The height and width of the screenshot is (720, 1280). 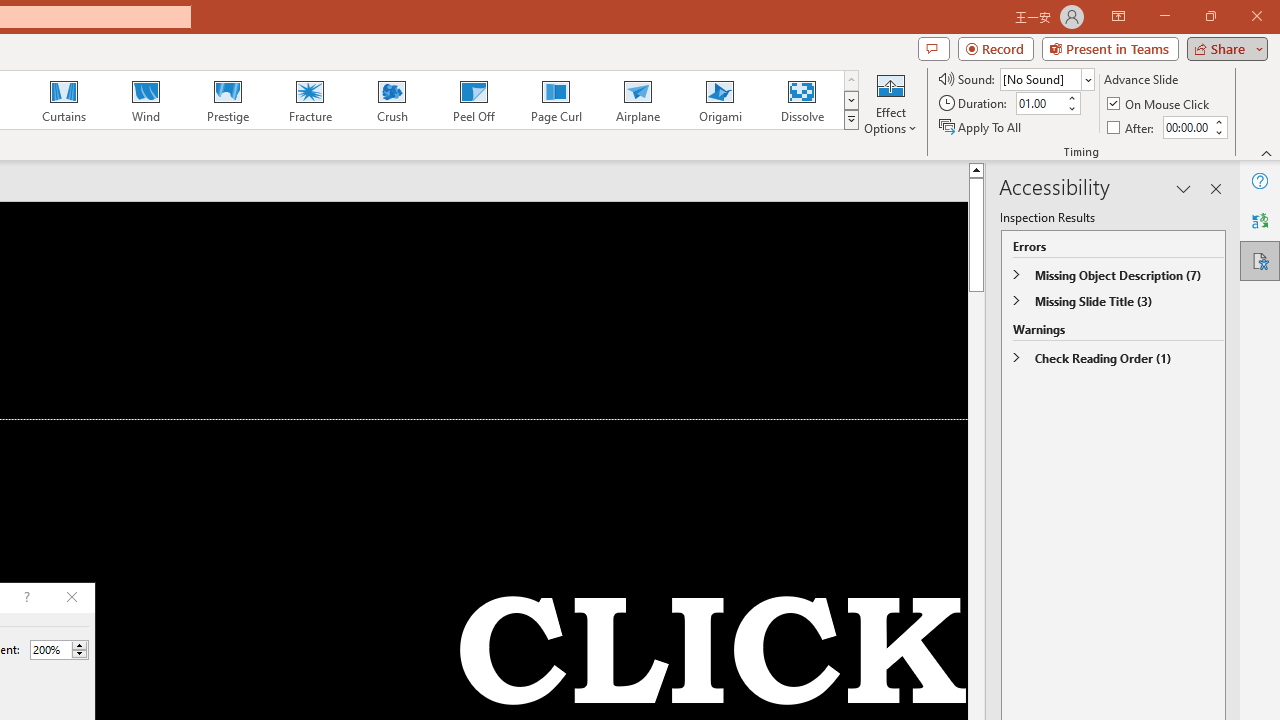 I want to click on 'After', so click(x=1132, y=127).